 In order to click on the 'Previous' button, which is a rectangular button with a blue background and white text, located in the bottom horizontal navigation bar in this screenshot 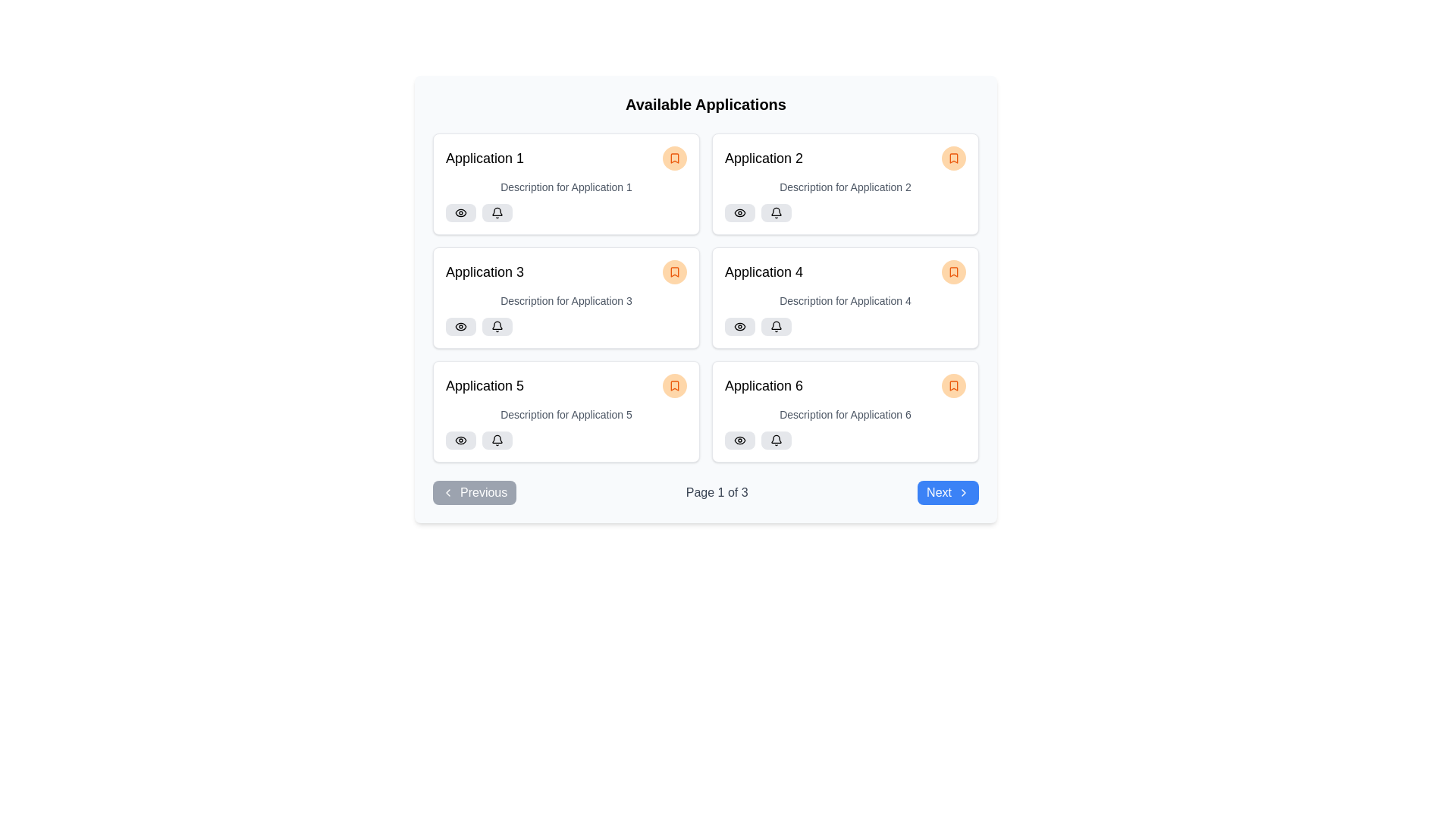, I will do `click(473, 493)`.